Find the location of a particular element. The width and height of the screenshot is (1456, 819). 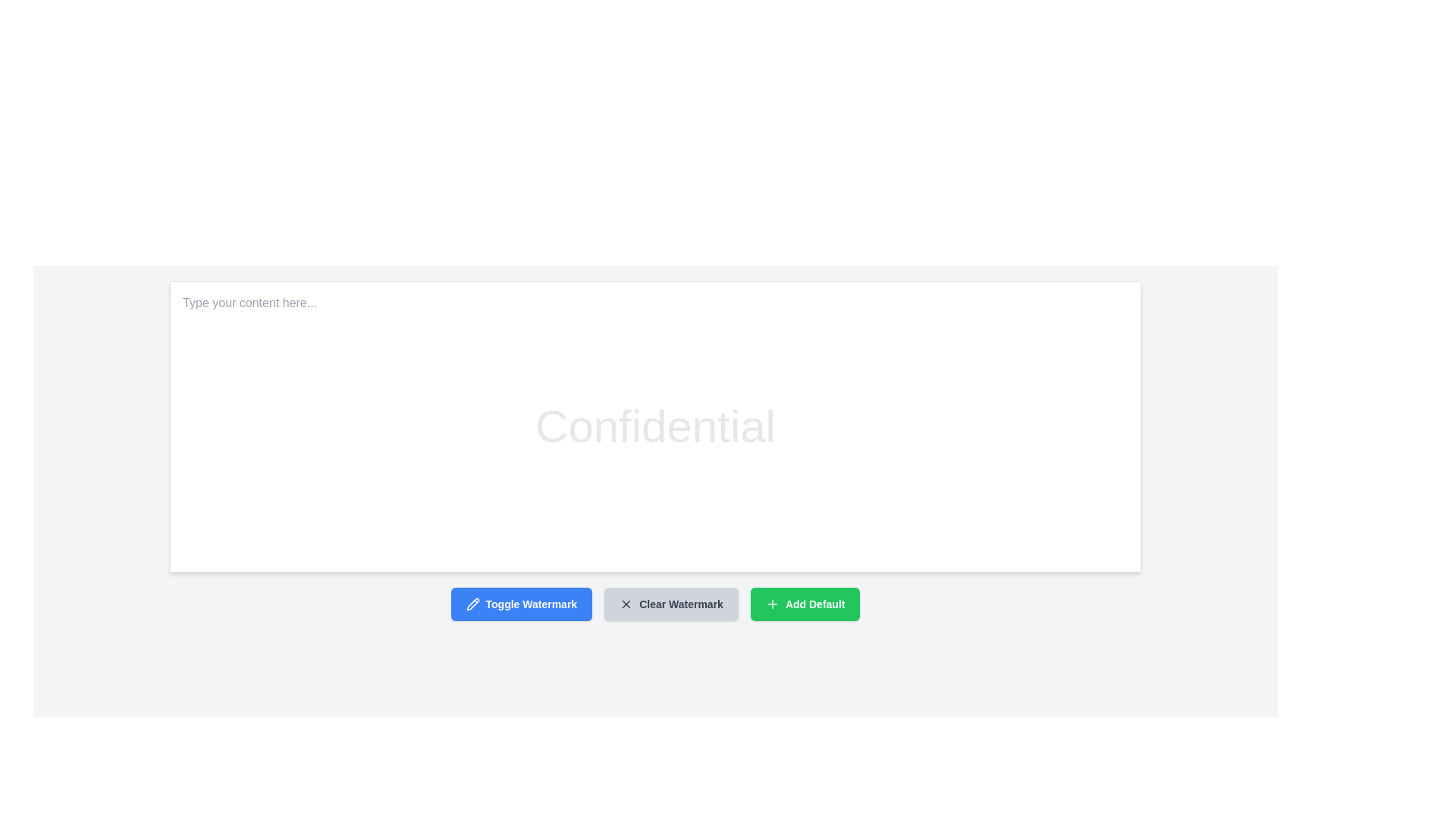

the button that adds default settings or configurations, which is the third button in a horizontal group located to the right of the 'Clear Watermark' button is located at coordinates (805, 604).